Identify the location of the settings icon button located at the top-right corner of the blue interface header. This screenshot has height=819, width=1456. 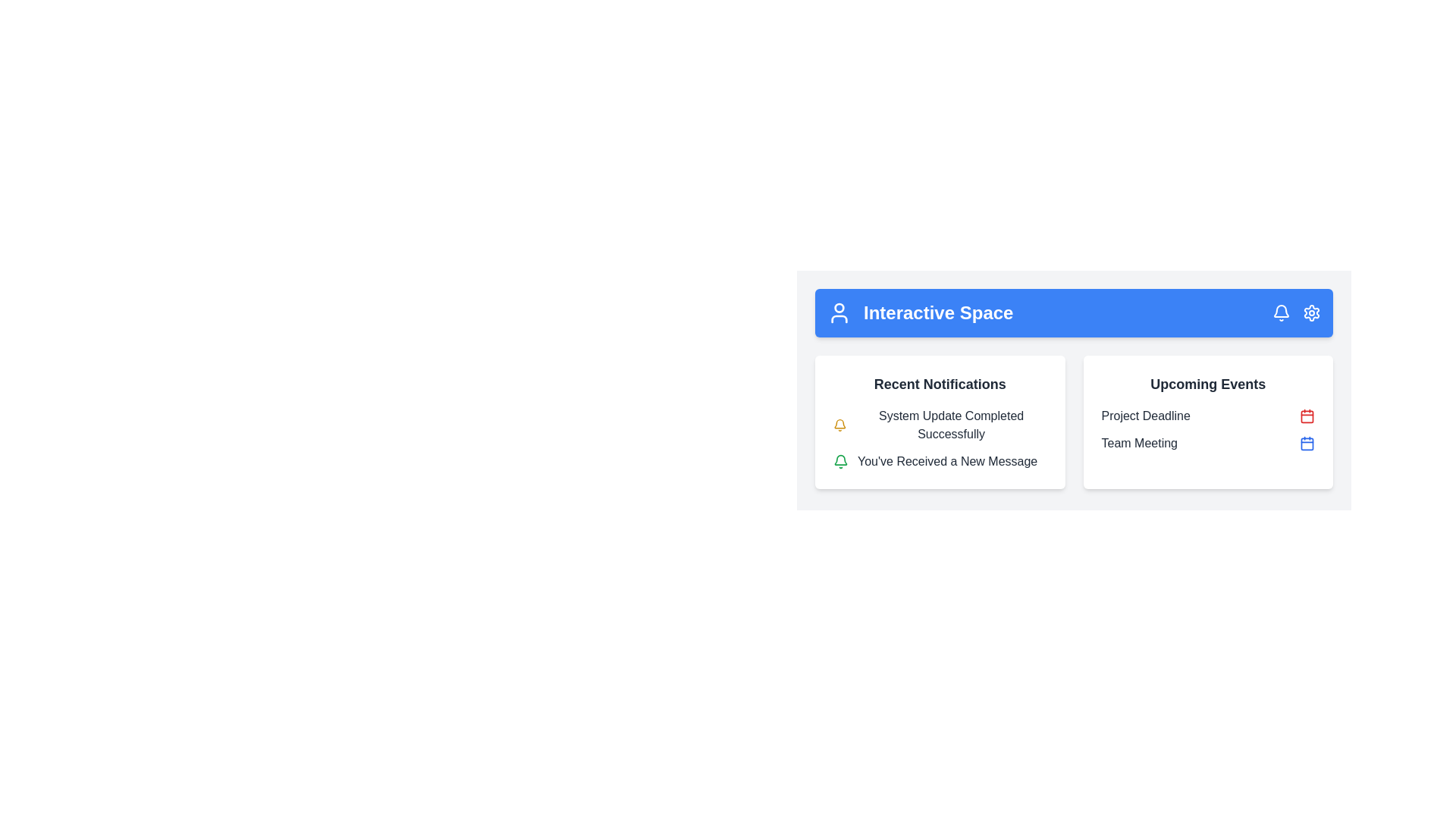
(1310, 312).